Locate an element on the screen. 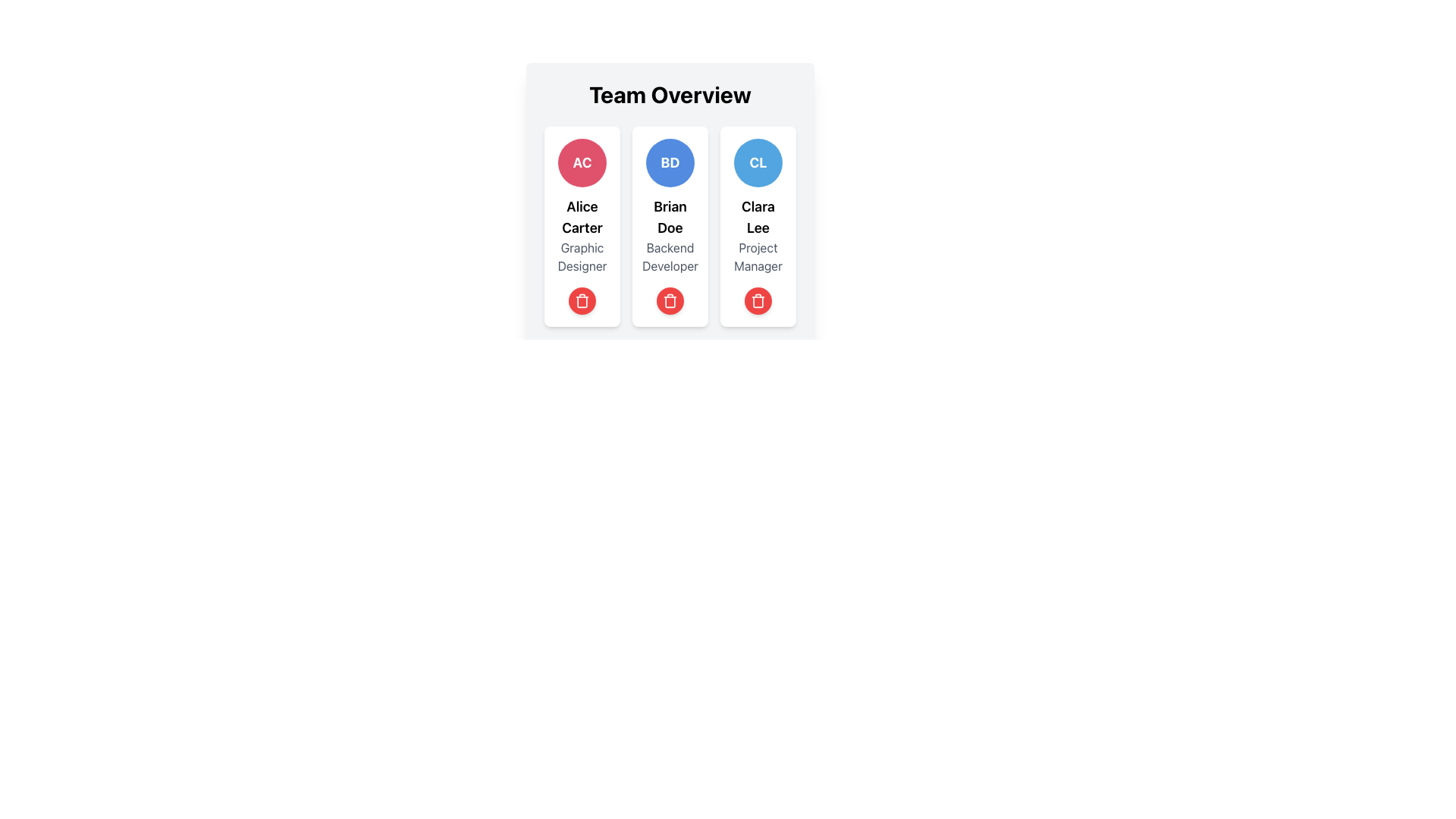  the trash bin icon within the SVG representation located at the bottom of the second card, which is the middle icon in the sequence, indicating delete functionality is located at coordinates (669, 301).